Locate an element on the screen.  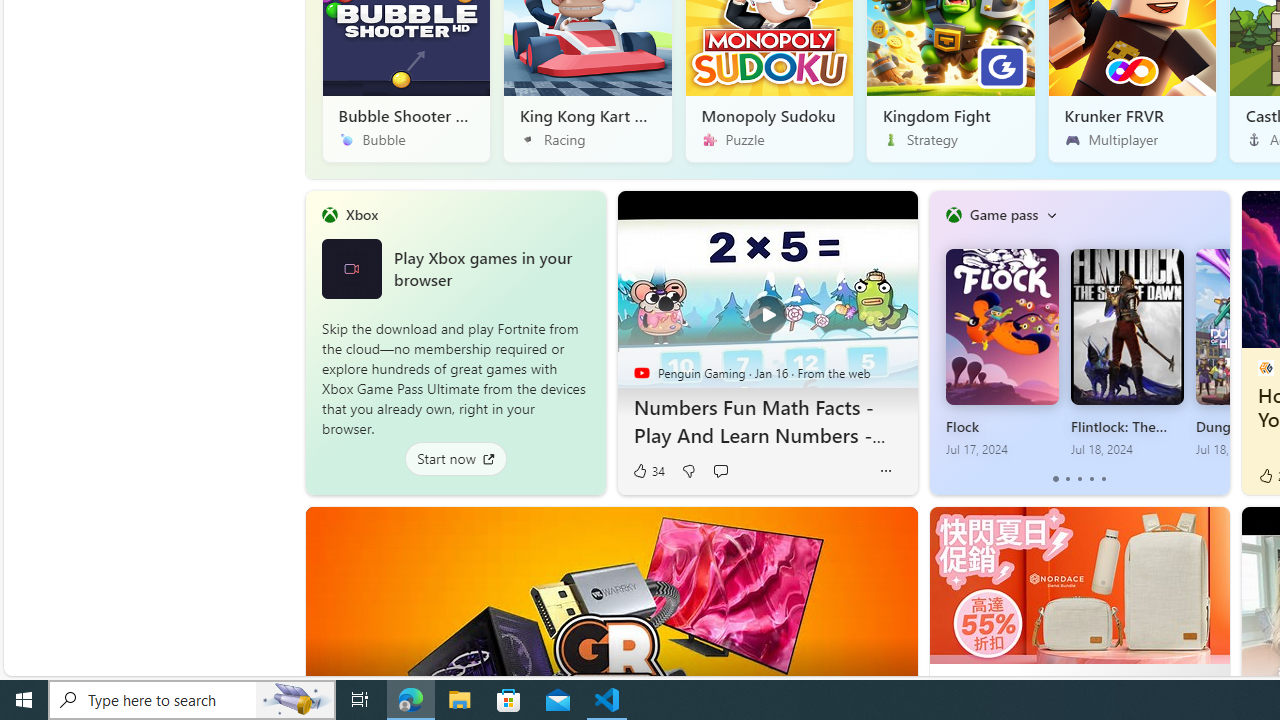
'tab-2' is located at coordinates (1078, 479).